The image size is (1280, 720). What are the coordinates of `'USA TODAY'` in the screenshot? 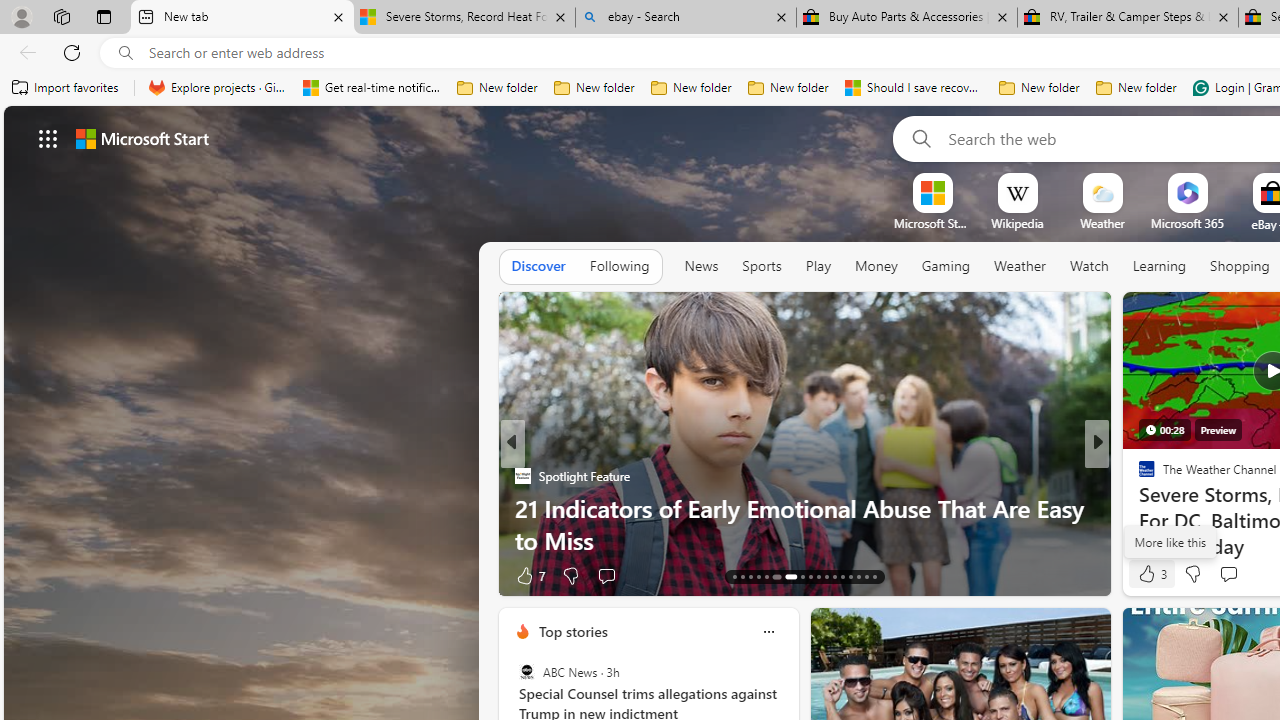 It's located at (1138, 475).